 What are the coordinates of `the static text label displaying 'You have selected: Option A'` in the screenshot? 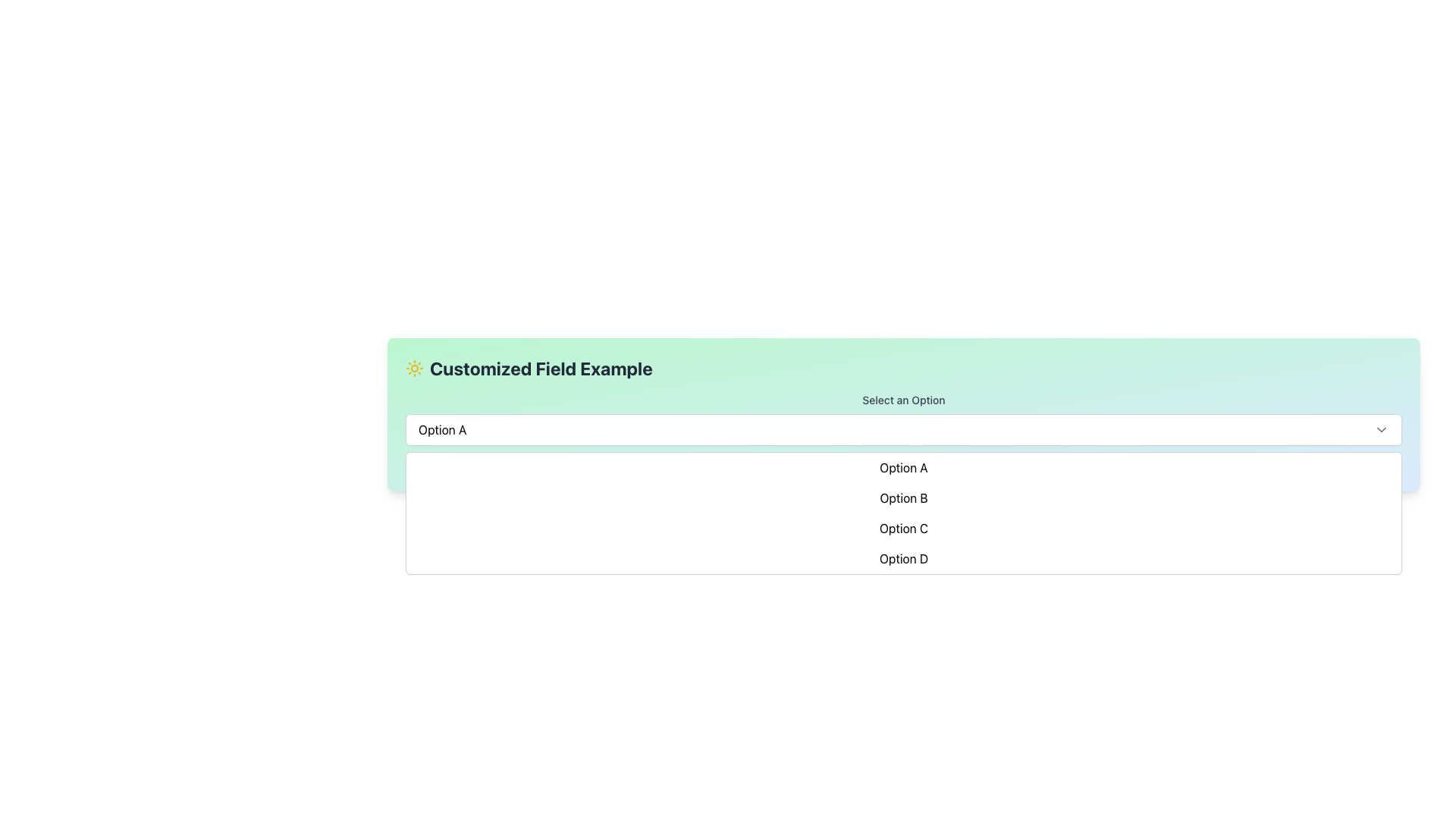 It's located at (903, 464).